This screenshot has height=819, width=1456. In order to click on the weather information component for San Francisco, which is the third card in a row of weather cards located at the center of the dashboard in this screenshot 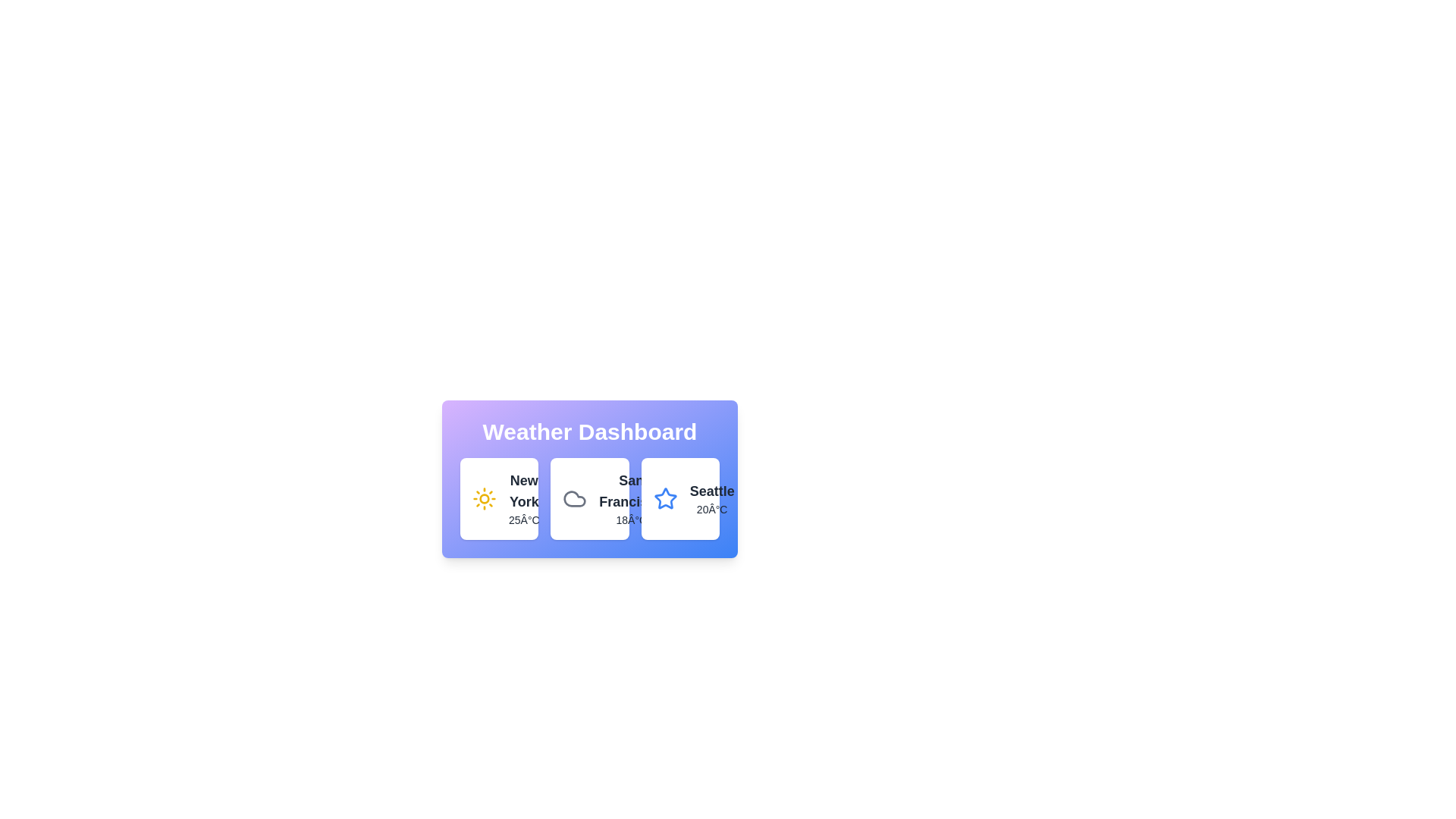, I will do `click(631, 499)`.